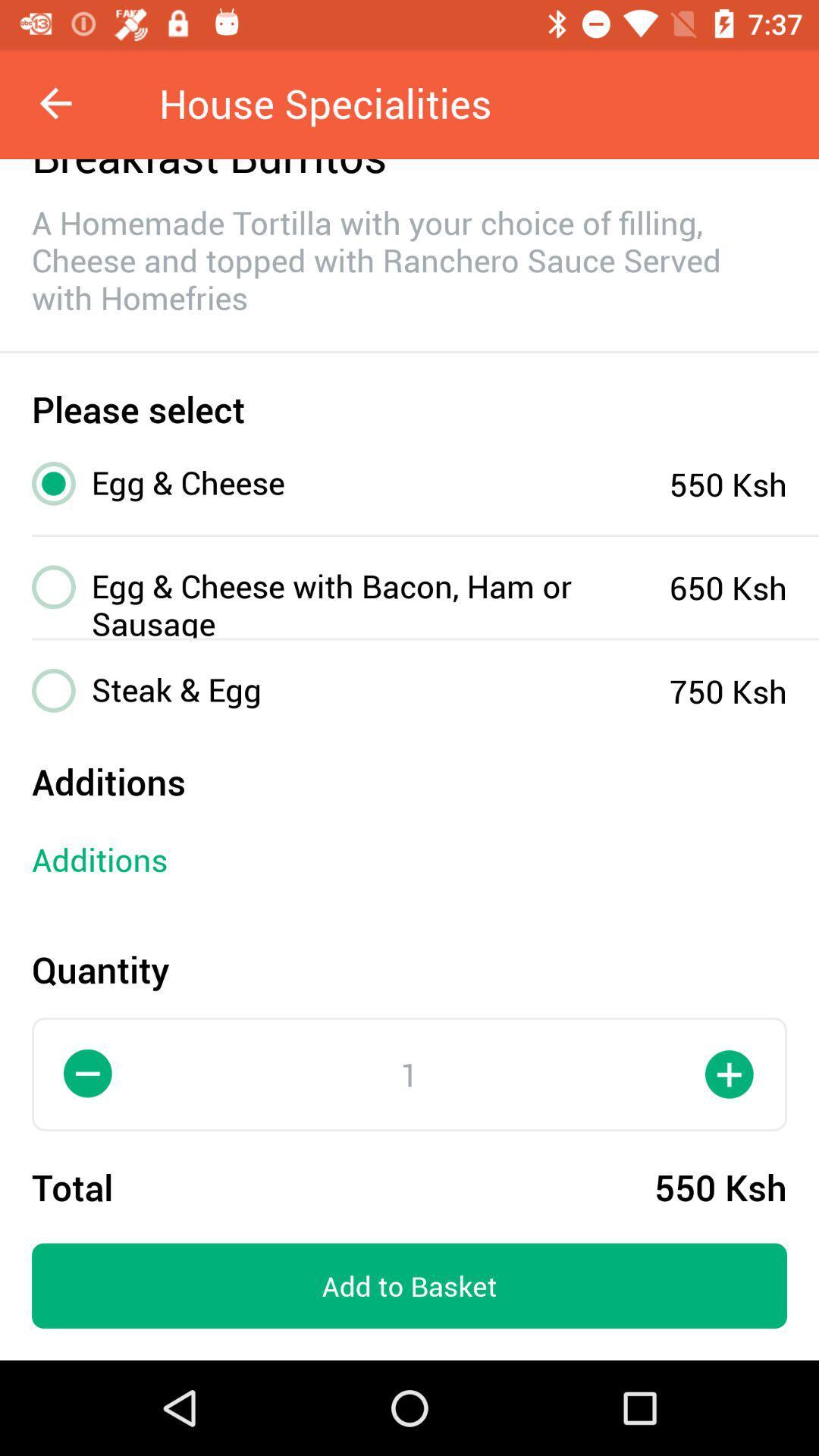  What do you see at coordinates (88, 1073) in the screenshot?
I see `the minus icon` at bounding box center [88, 1073].